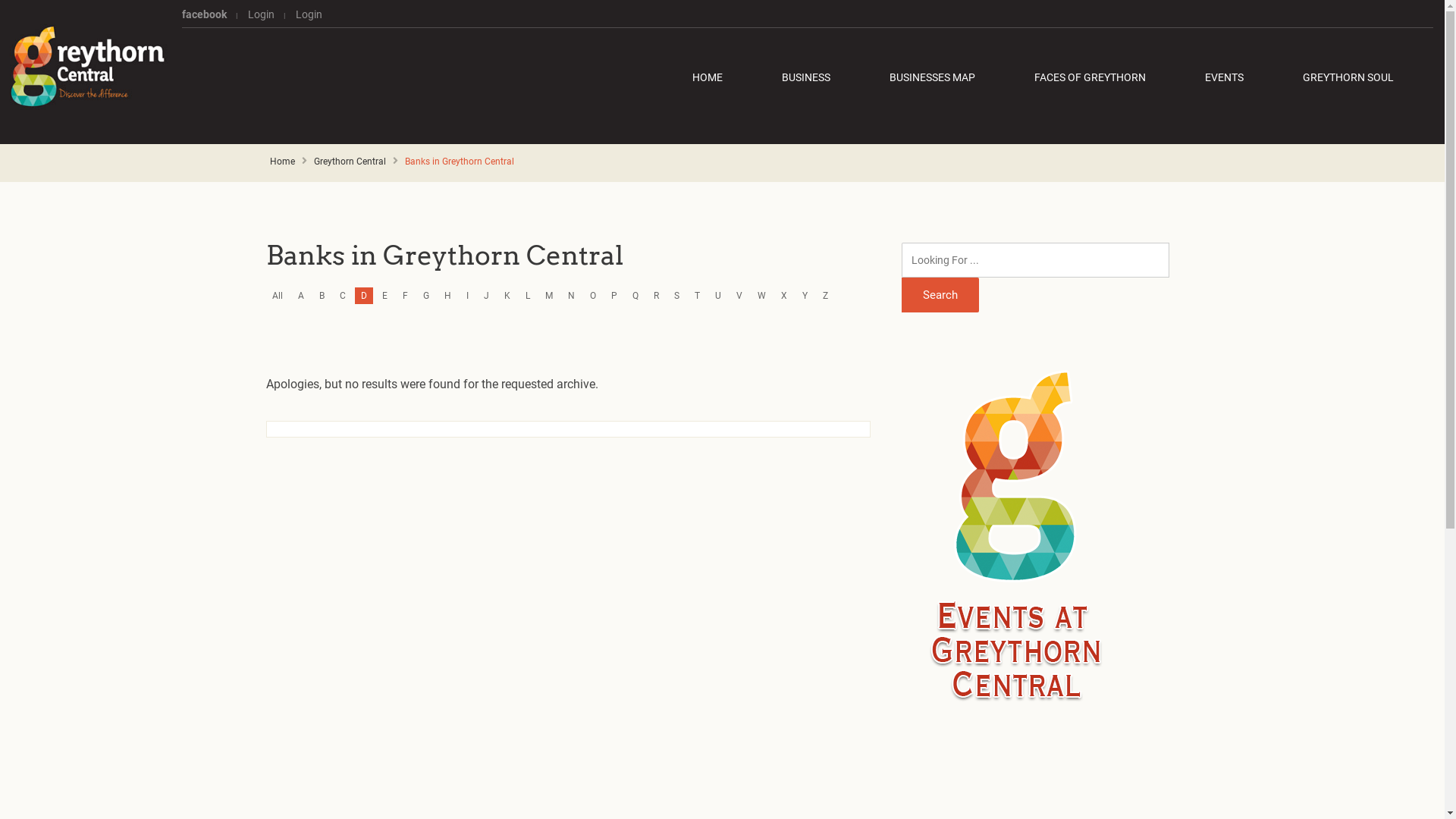 The height and width of the screenshot is (819, 1456). I want to click on 'GREYTHORN SOUL', so click(1348, 77).